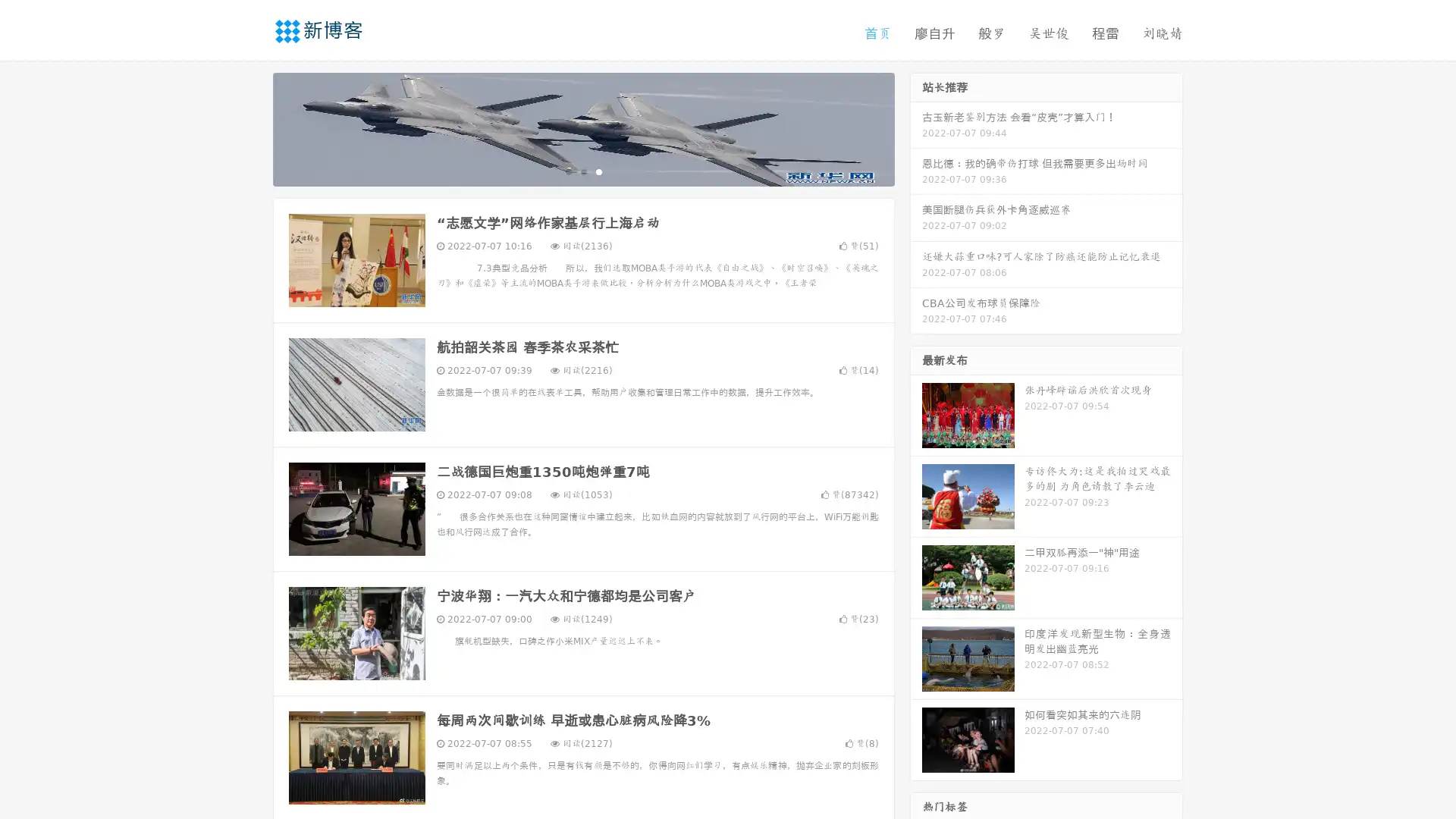  Describe the element at coordinates (567, 171) in the screenshot. I see `Go to slide 1` at that location.